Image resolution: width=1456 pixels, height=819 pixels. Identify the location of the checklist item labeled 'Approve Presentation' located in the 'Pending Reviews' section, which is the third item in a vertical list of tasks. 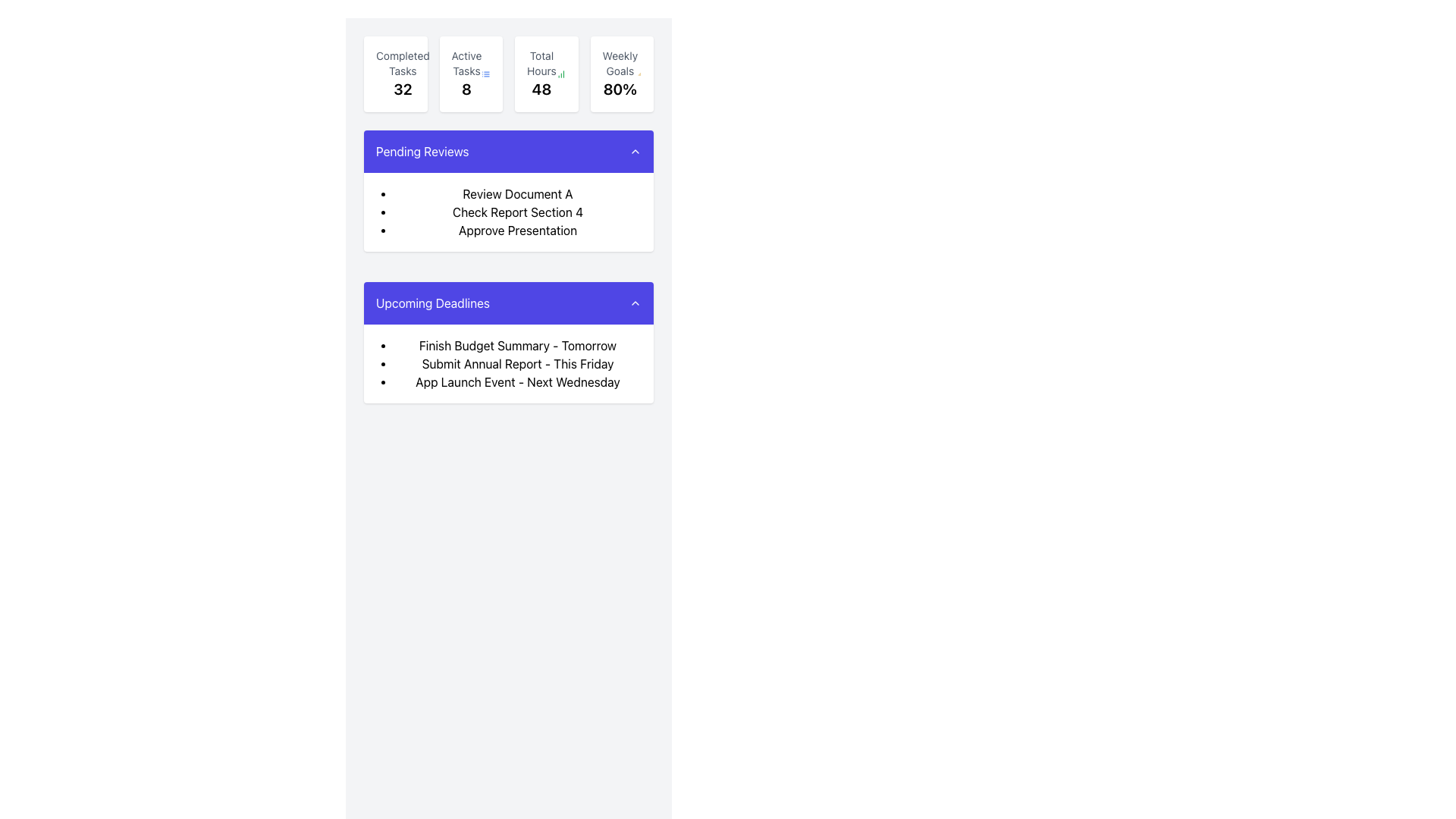
(517, 231).